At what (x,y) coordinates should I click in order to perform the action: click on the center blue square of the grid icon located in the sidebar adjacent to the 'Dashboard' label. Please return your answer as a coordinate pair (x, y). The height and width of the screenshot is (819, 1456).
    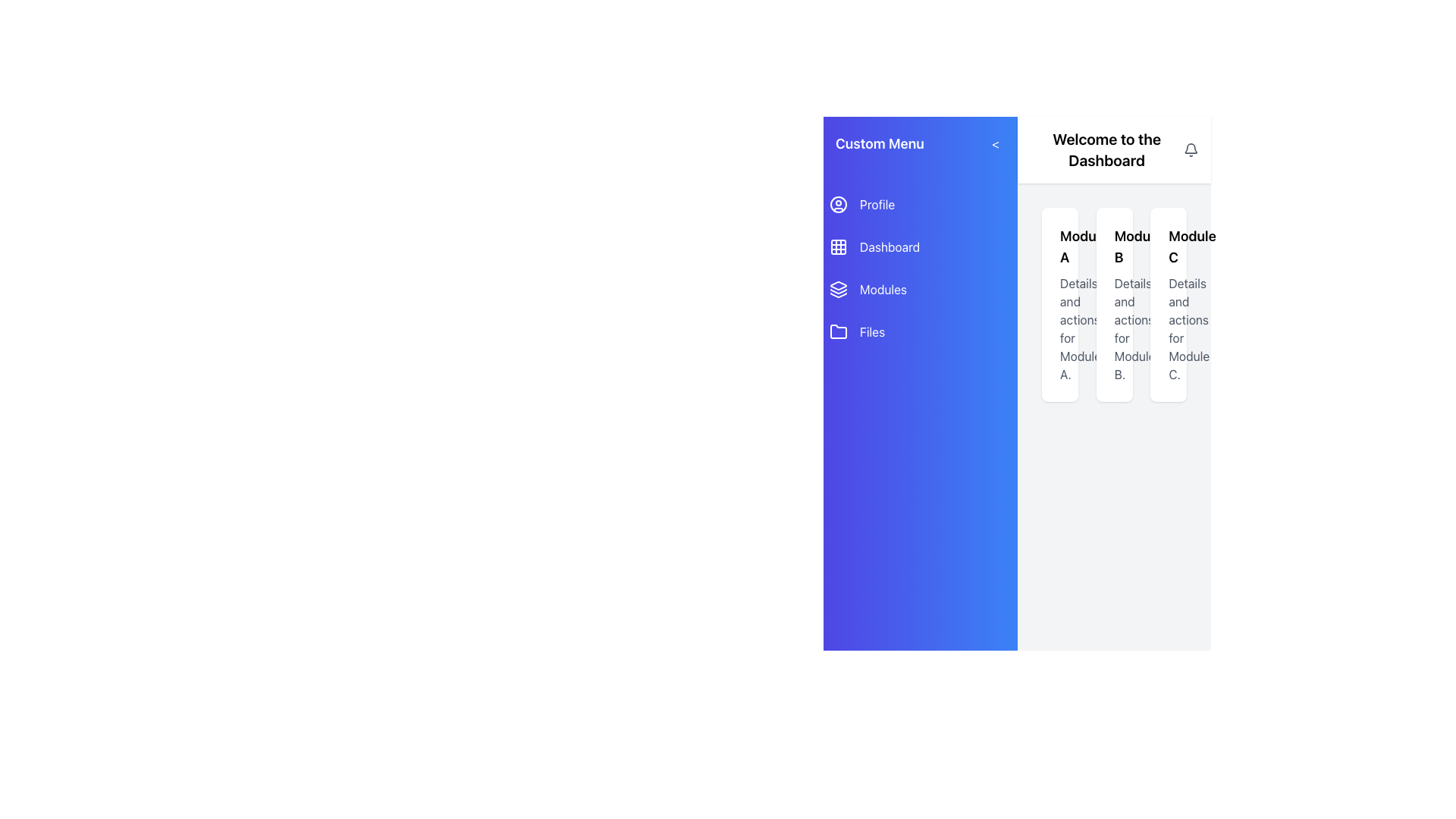
    Looking at the image, I should click on (837, 246).